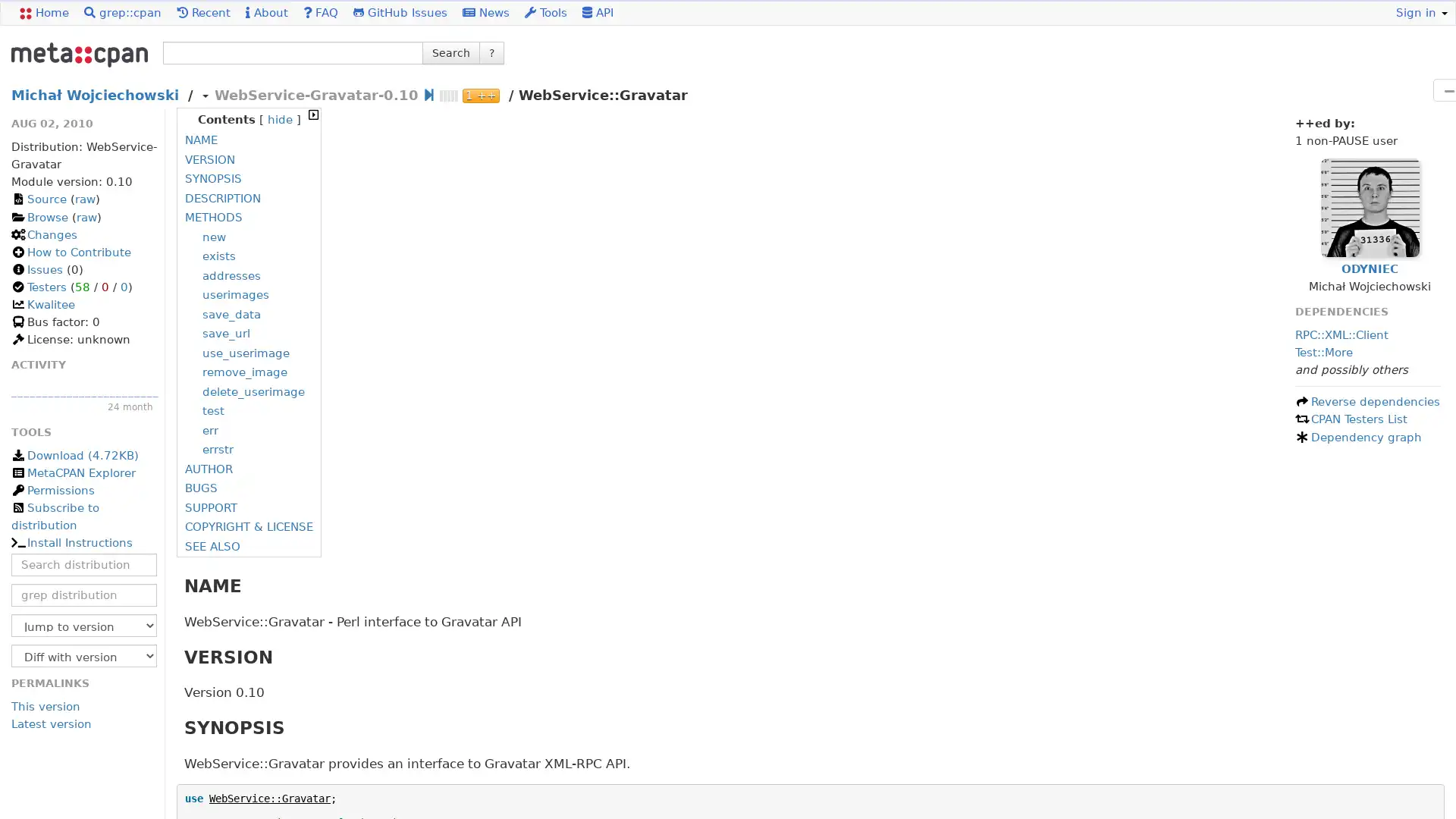  I want to click on Search, so click(450, 52).